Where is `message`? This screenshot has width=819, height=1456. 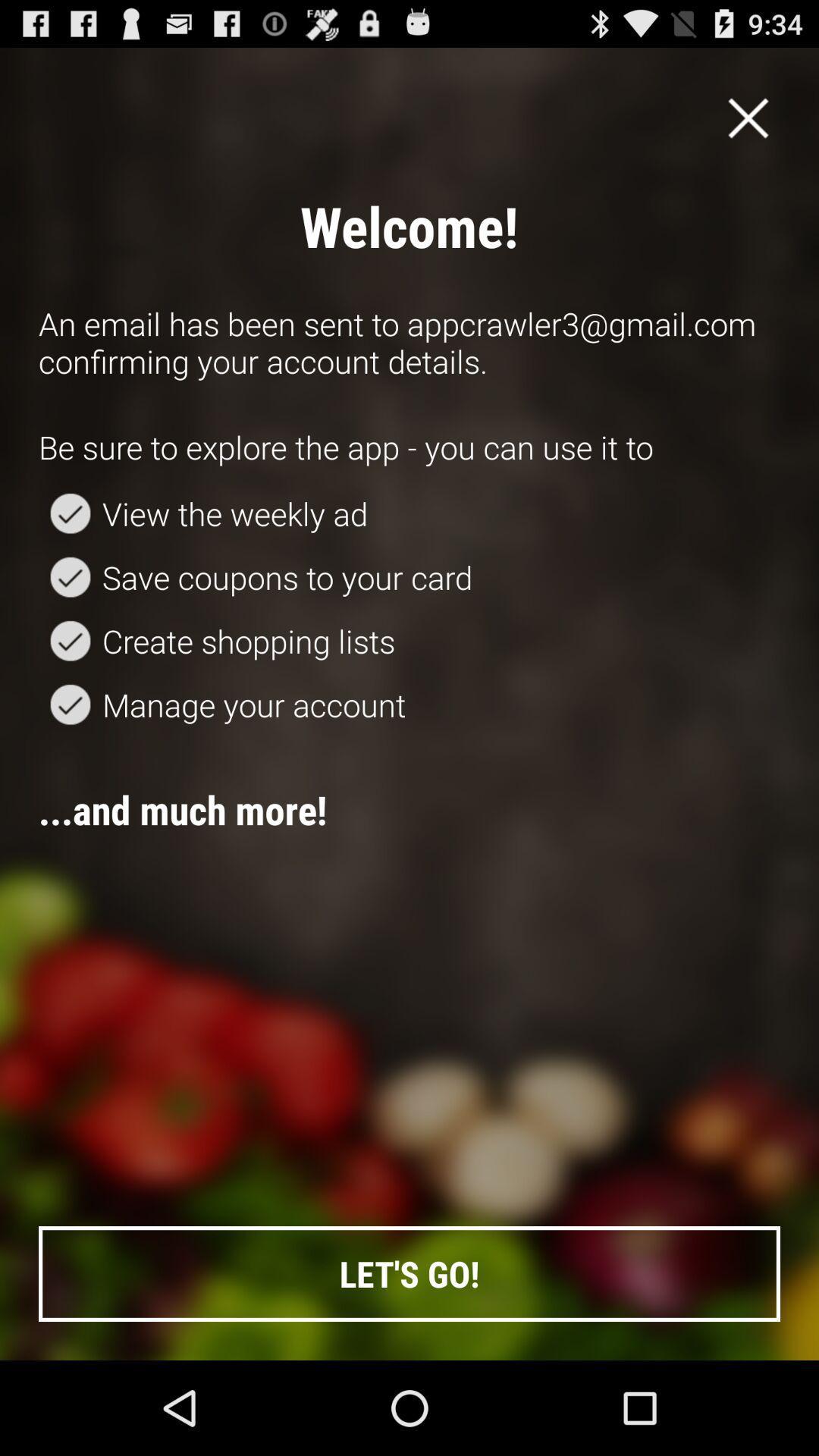 message is located at coordinates (748, 117).